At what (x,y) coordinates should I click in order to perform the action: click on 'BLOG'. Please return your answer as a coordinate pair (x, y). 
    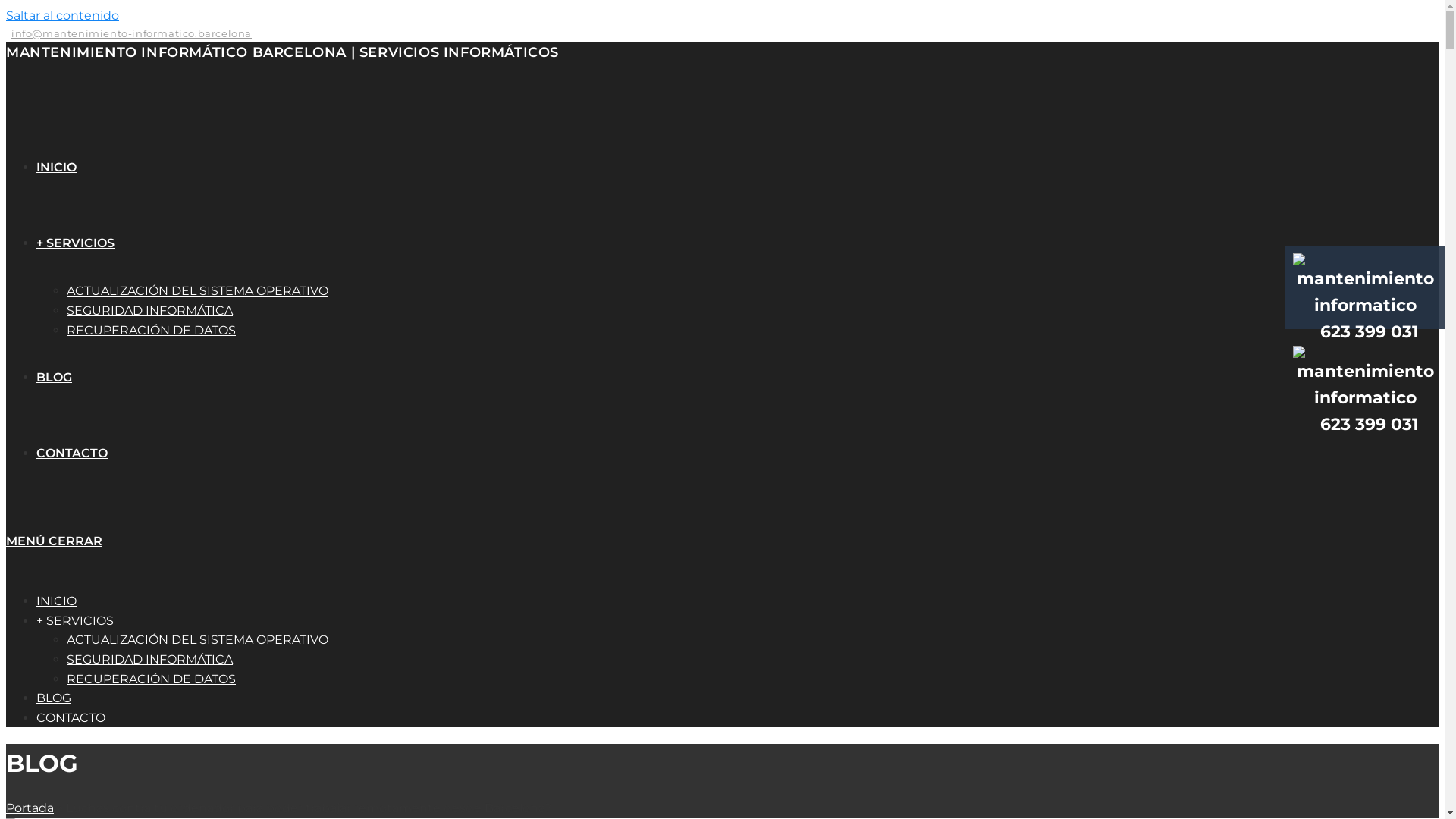
    Looking at the image, I should click on (54, 698).